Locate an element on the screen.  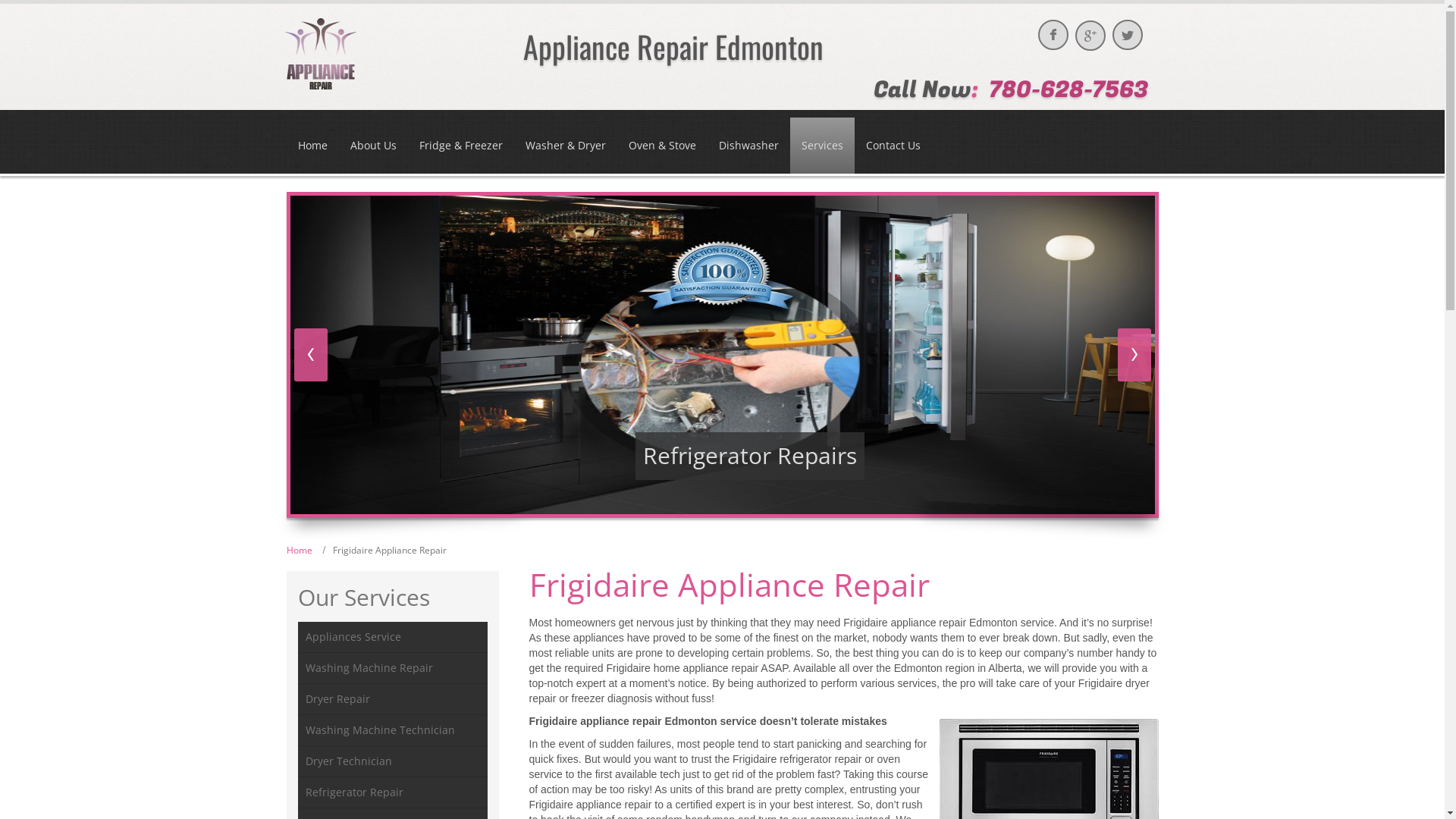
'Washing Machine Technician' is located at coordinates (392, 730).